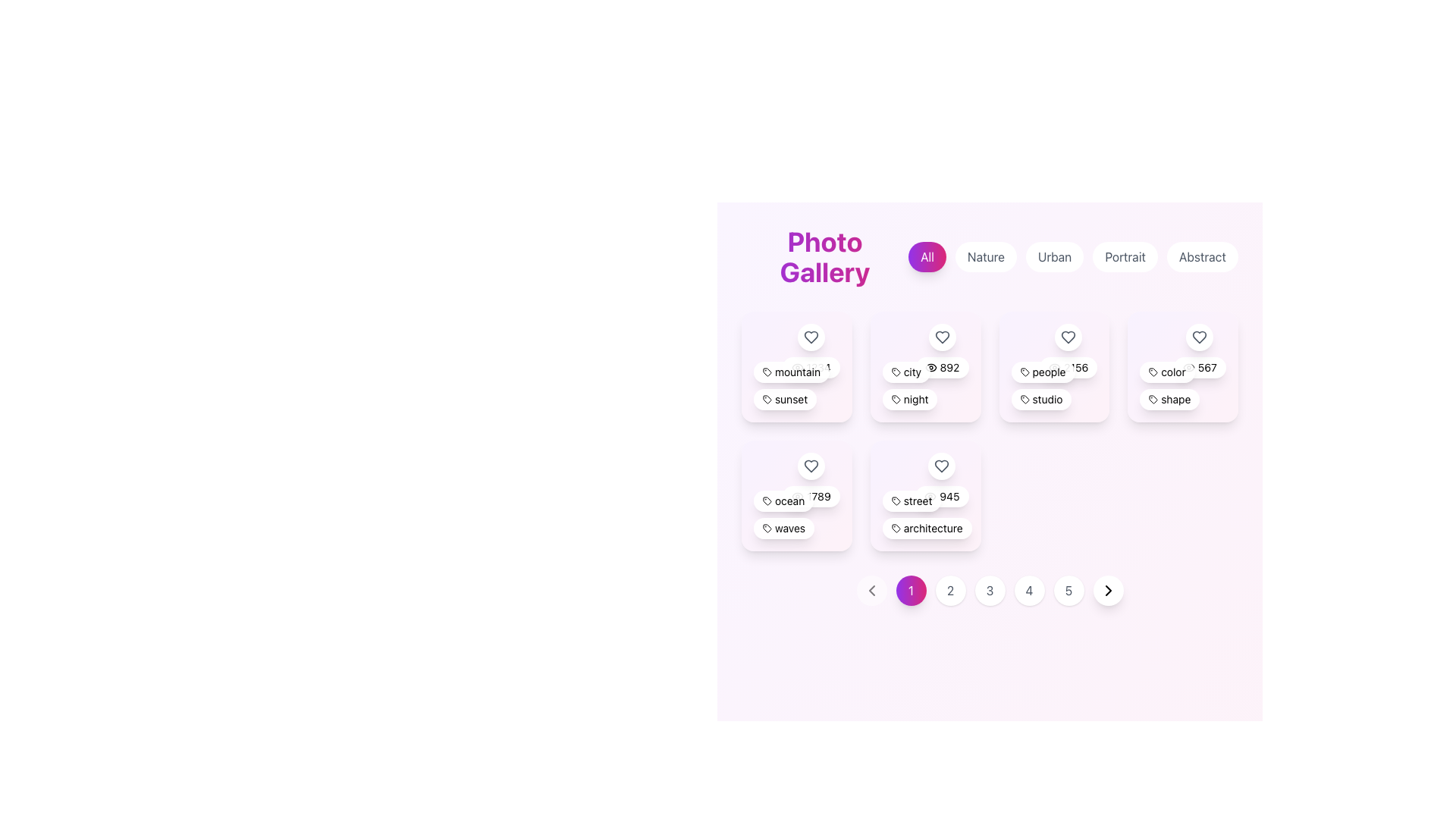  Describe the element at coordinates (930, 368) in the screenshot. I see `the elliptical curve segment of the eye icon located in the second card of the first row labeled 'city', positioned above the '892' numeric label` at that location.